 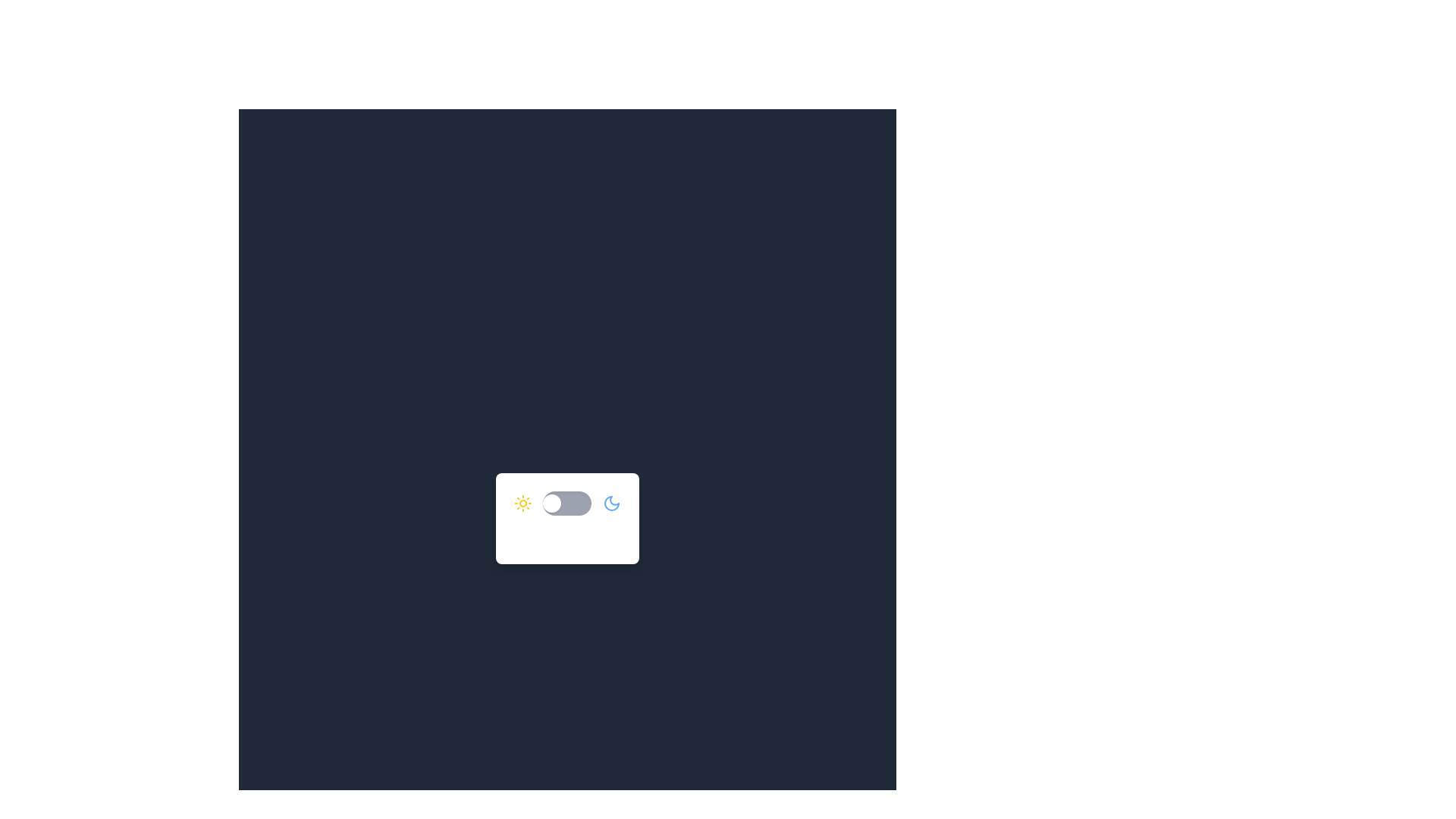 What do you see at coordinates (612, 503) in the screenshot?
I see `the crescent moon icon, which is styled in blue and serves as part of the light/dark mode toggle interface, located to the right of the toggle switch` at bounding box center [612, 503].